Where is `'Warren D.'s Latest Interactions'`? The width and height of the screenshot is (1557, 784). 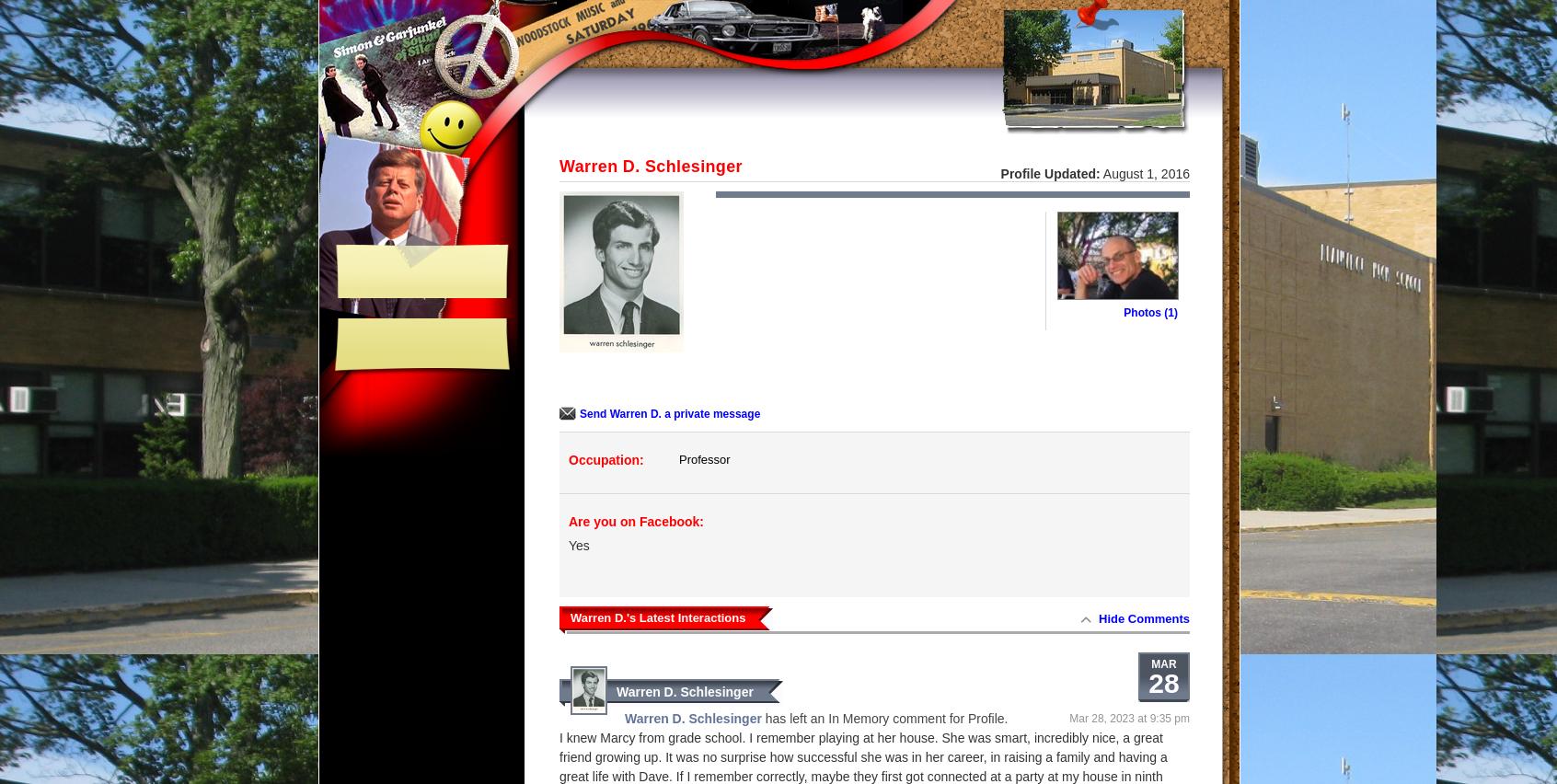 'Warren D.'s Latest Interactions' is located at coordinates (569, 617).